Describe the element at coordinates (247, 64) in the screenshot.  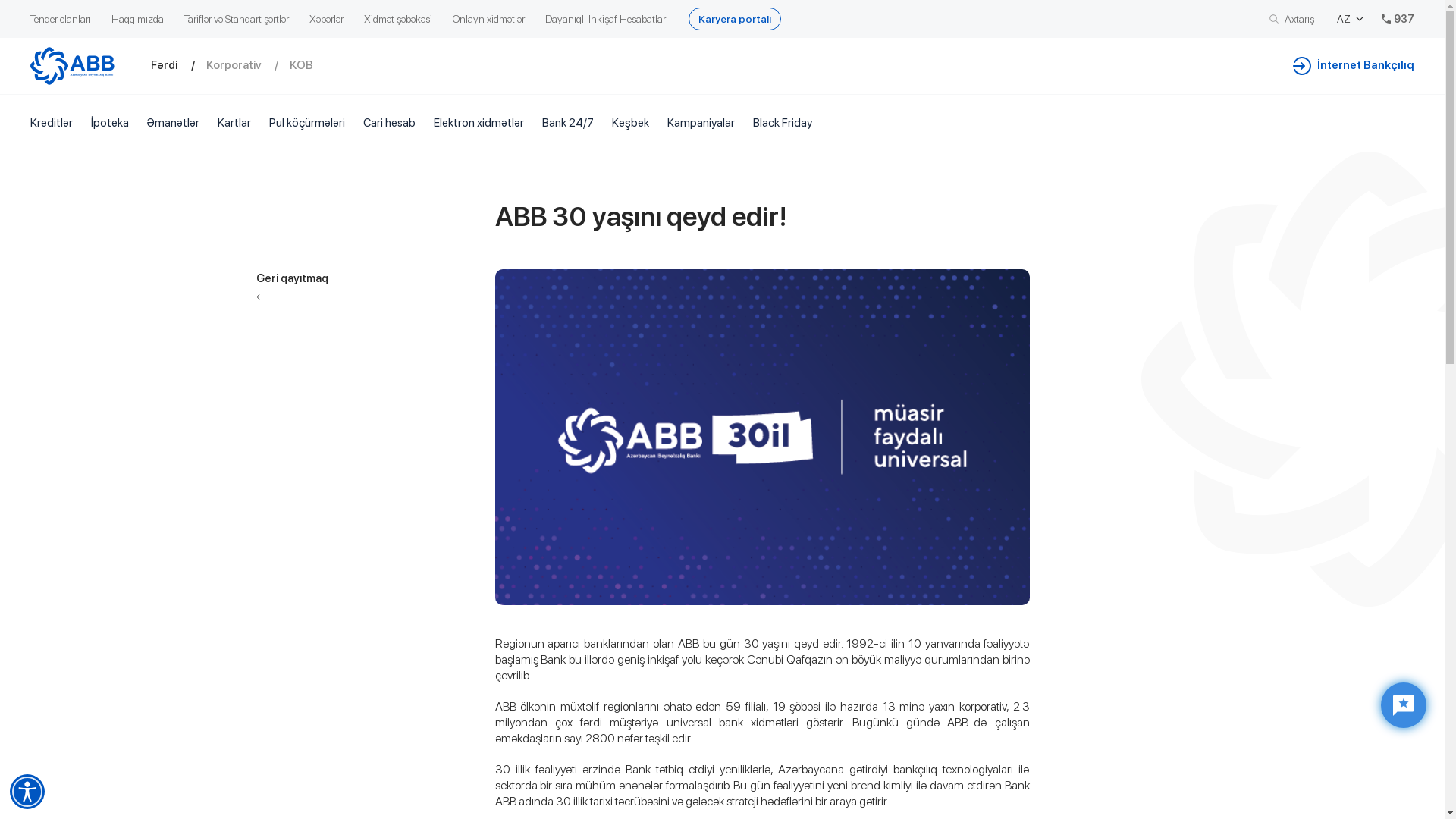
I see `'Korporativ'` at that location.